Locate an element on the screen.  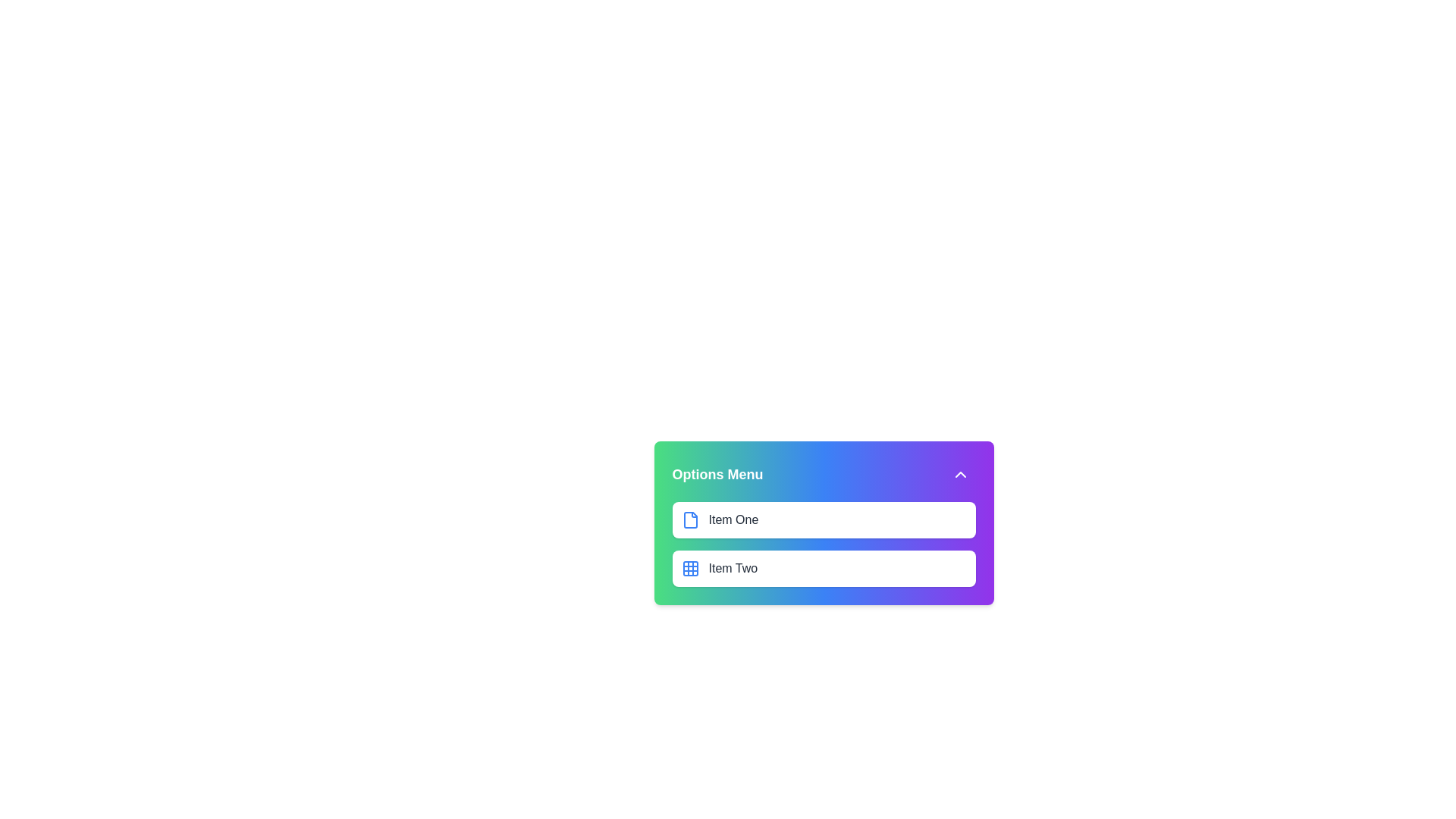
the 'Item Two' option in the menu, which is the second item in a vertically stacked list below 'Item One' is located at coordinates (823, 568).